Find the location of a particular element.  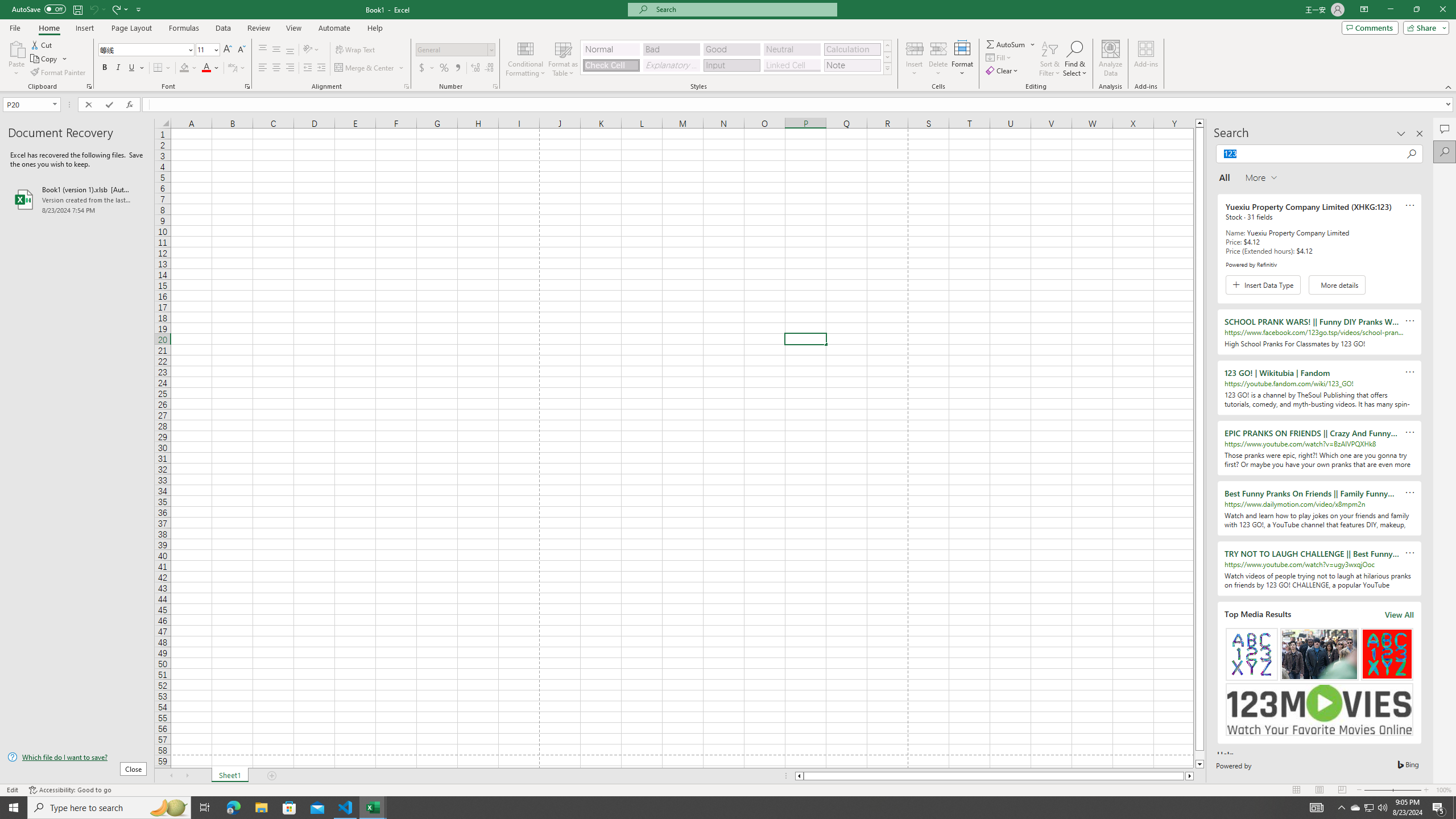

'Formulas' is located at coordinates (185, 28).